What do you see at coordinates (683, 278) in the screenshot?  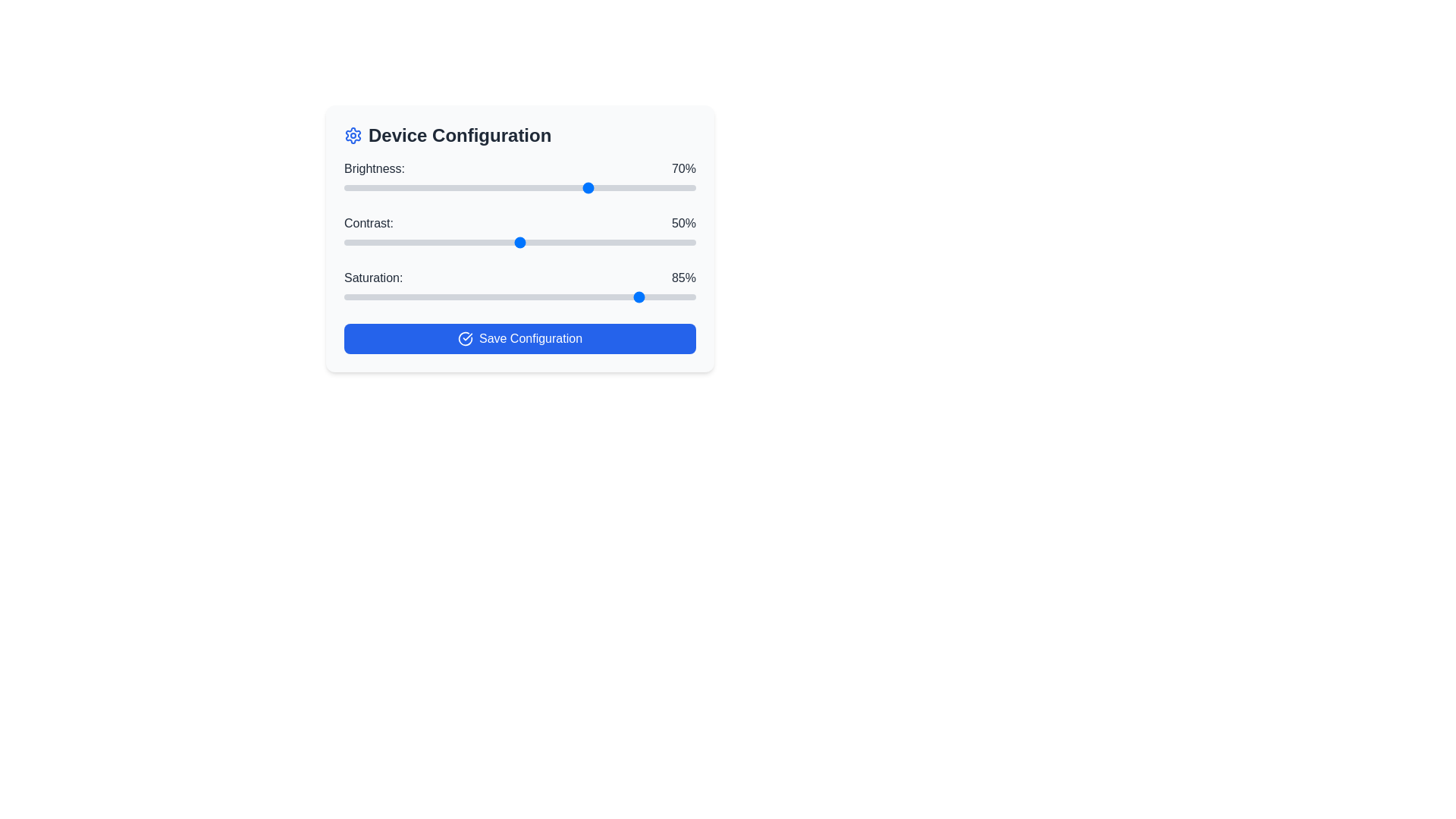 I see `the static text label displaying '85%' which indicates the current level of saturation, positioned to the right of the label 'Saturation:' and above a slider component` at bounding box center [683, 278].